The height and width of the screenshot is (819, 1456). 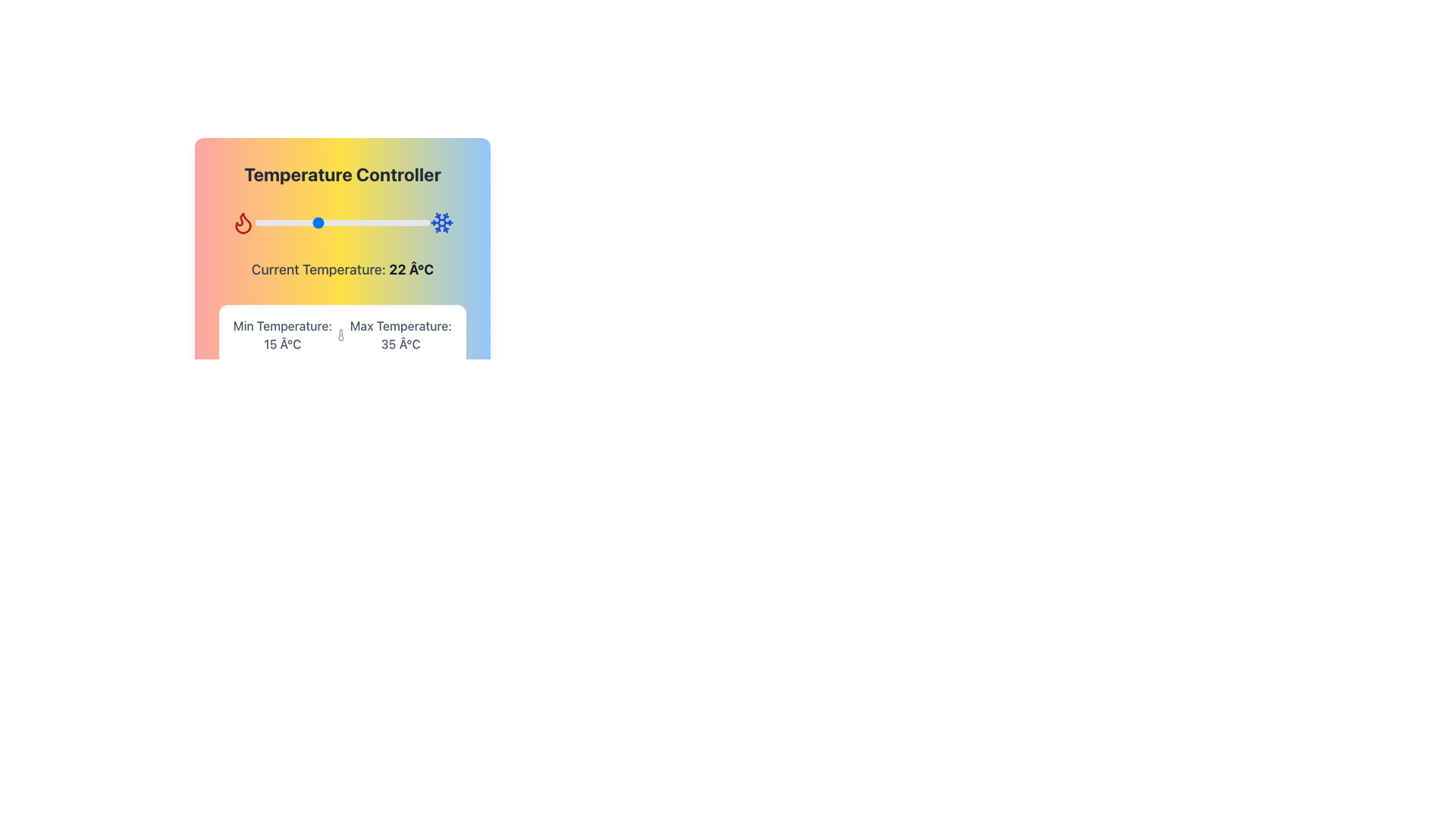 What do you see at coordinates (255, 222) in the screenshot?
I see `temperature` at bounding box center [255, 222].